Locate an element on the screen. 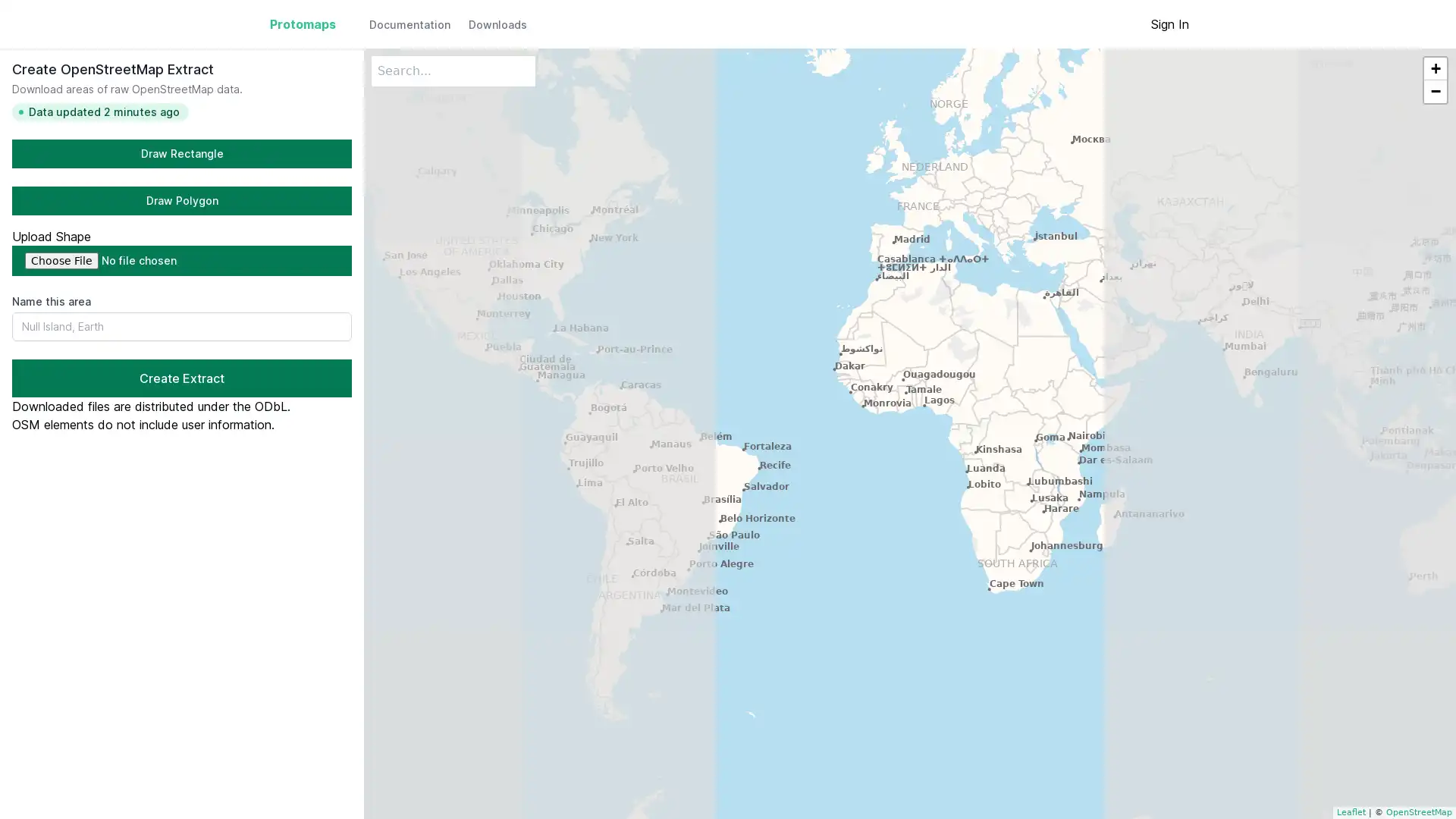  Zoom out is located at coordinates (1434, 91).